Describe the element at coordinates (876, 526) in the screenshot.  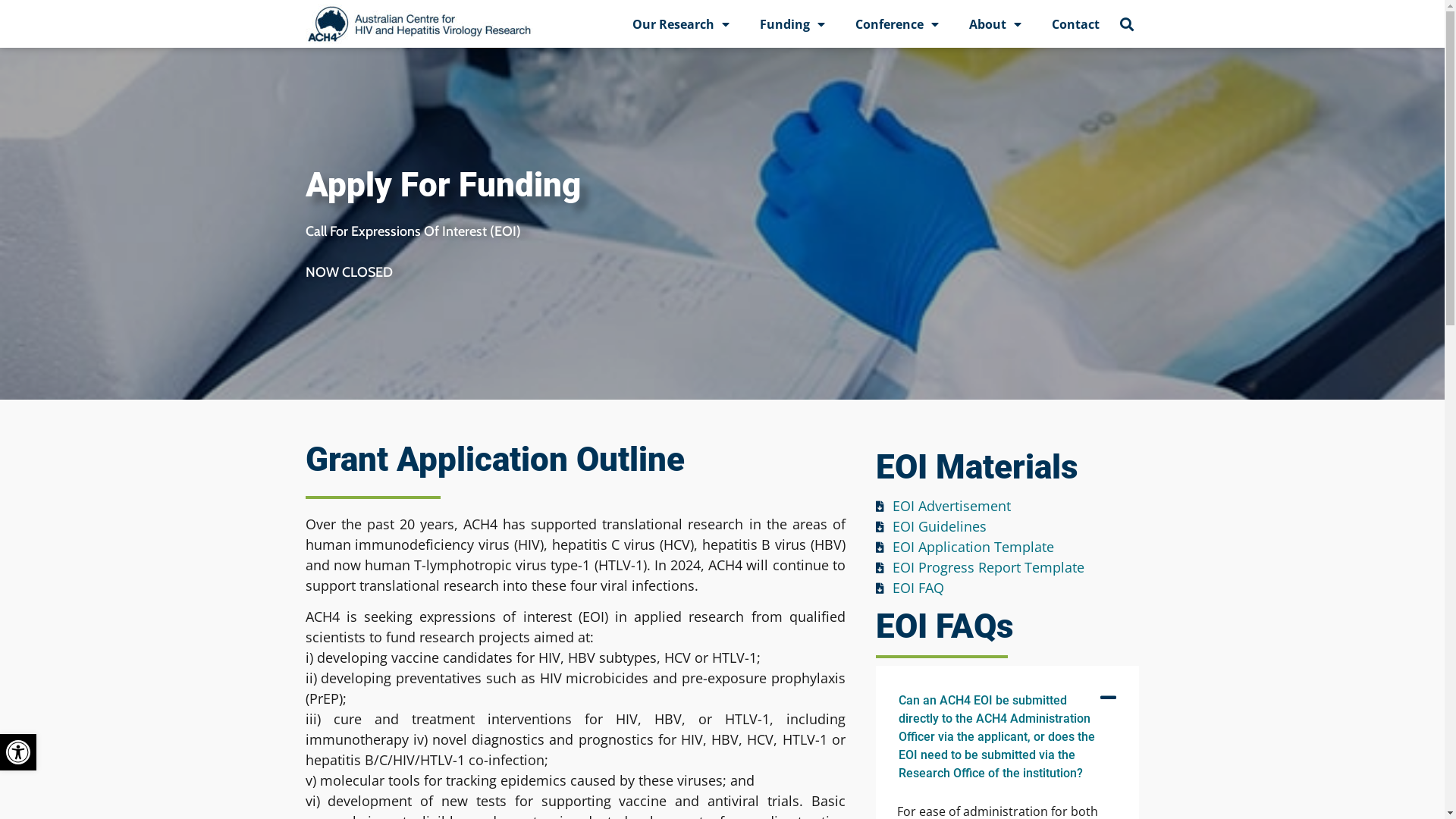
I see `'EOI Guidelines'` at that location.